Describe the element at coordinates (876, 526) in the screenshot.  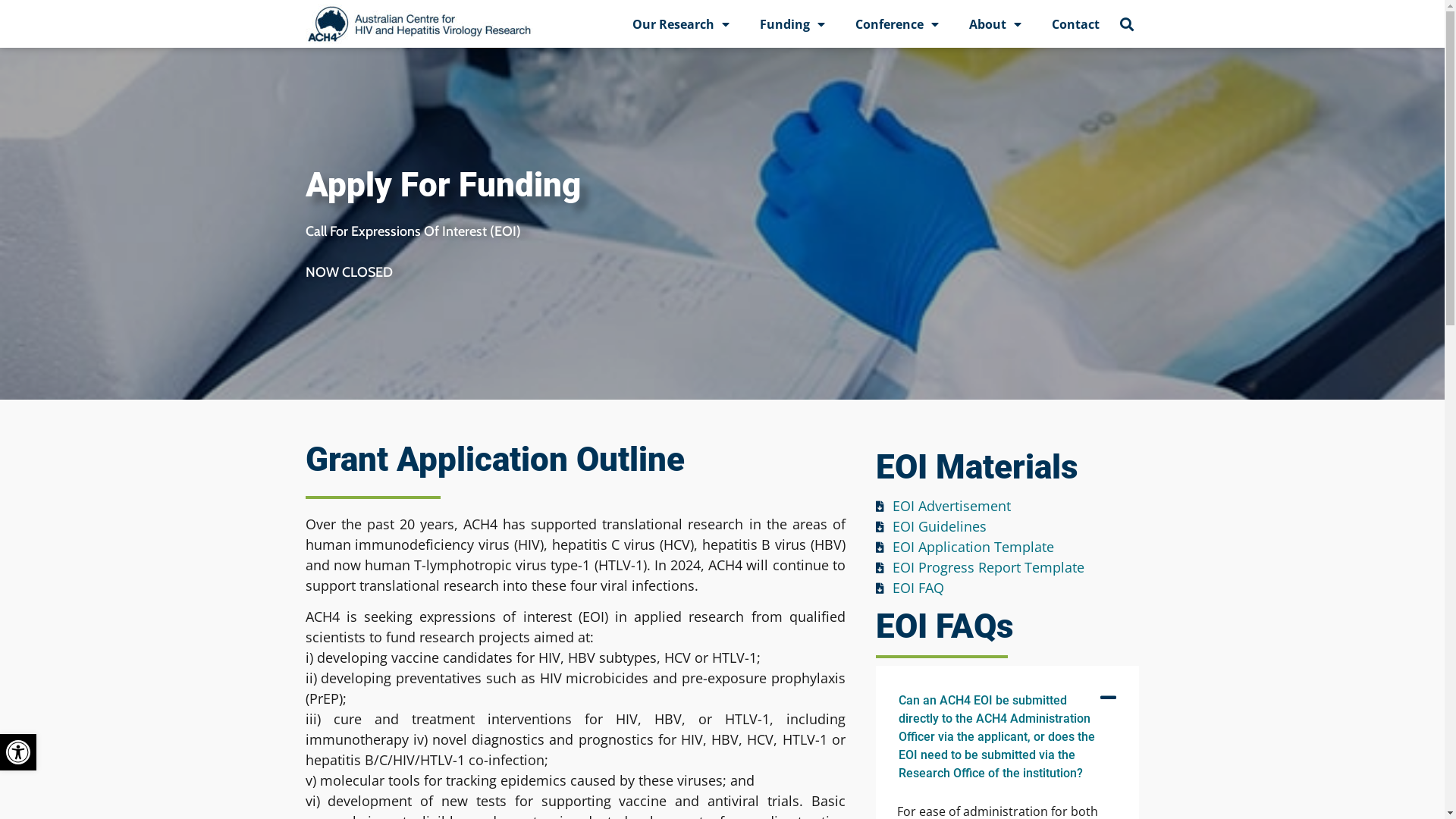
I see `'EOI Guidelines'` at that location.